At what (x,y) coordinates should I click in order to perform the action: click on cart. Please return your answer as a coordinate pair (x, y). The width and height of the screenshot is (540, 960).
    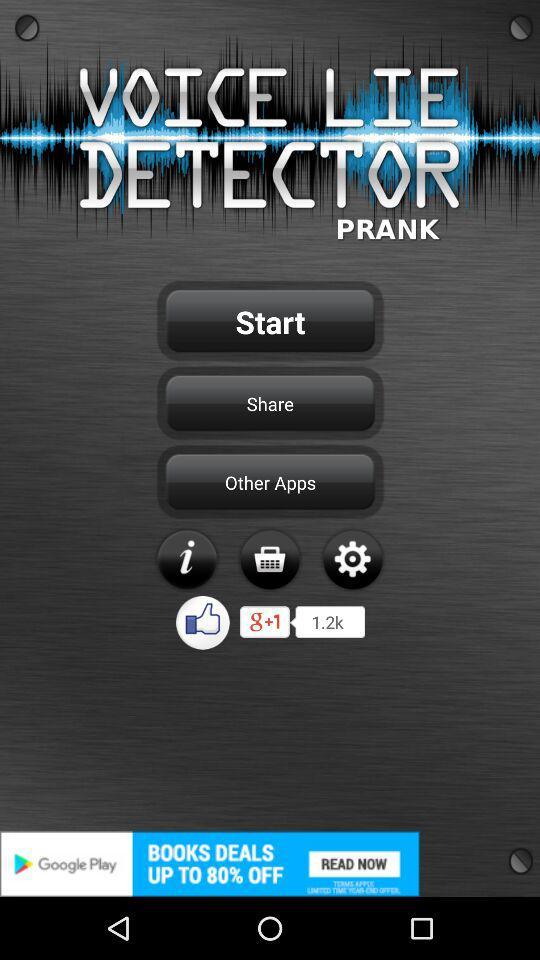
    Looking at the image, I should click on (269, 559).